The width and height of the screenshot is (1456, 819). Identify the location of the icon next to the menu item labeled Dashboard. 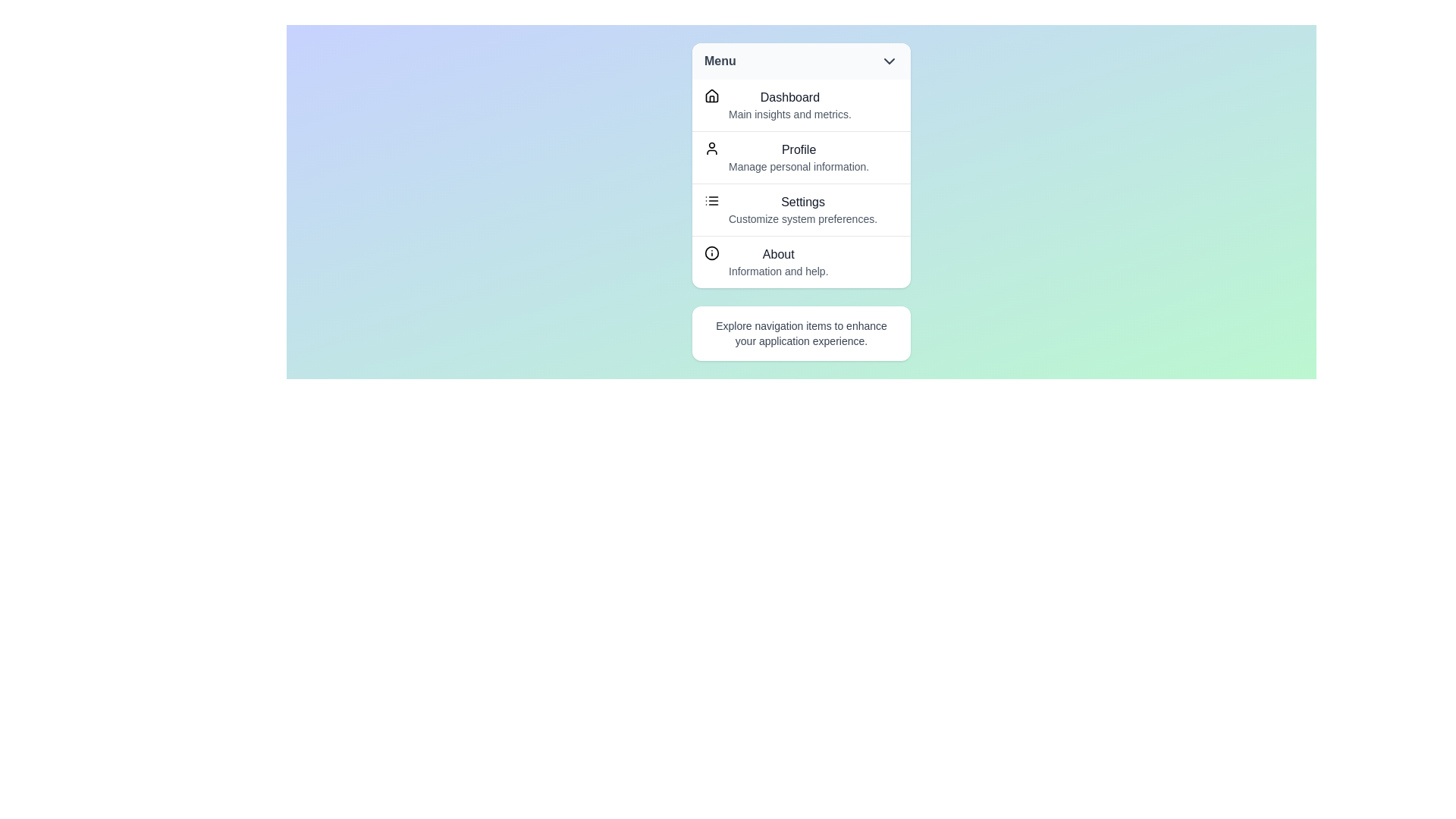
(711, 96).